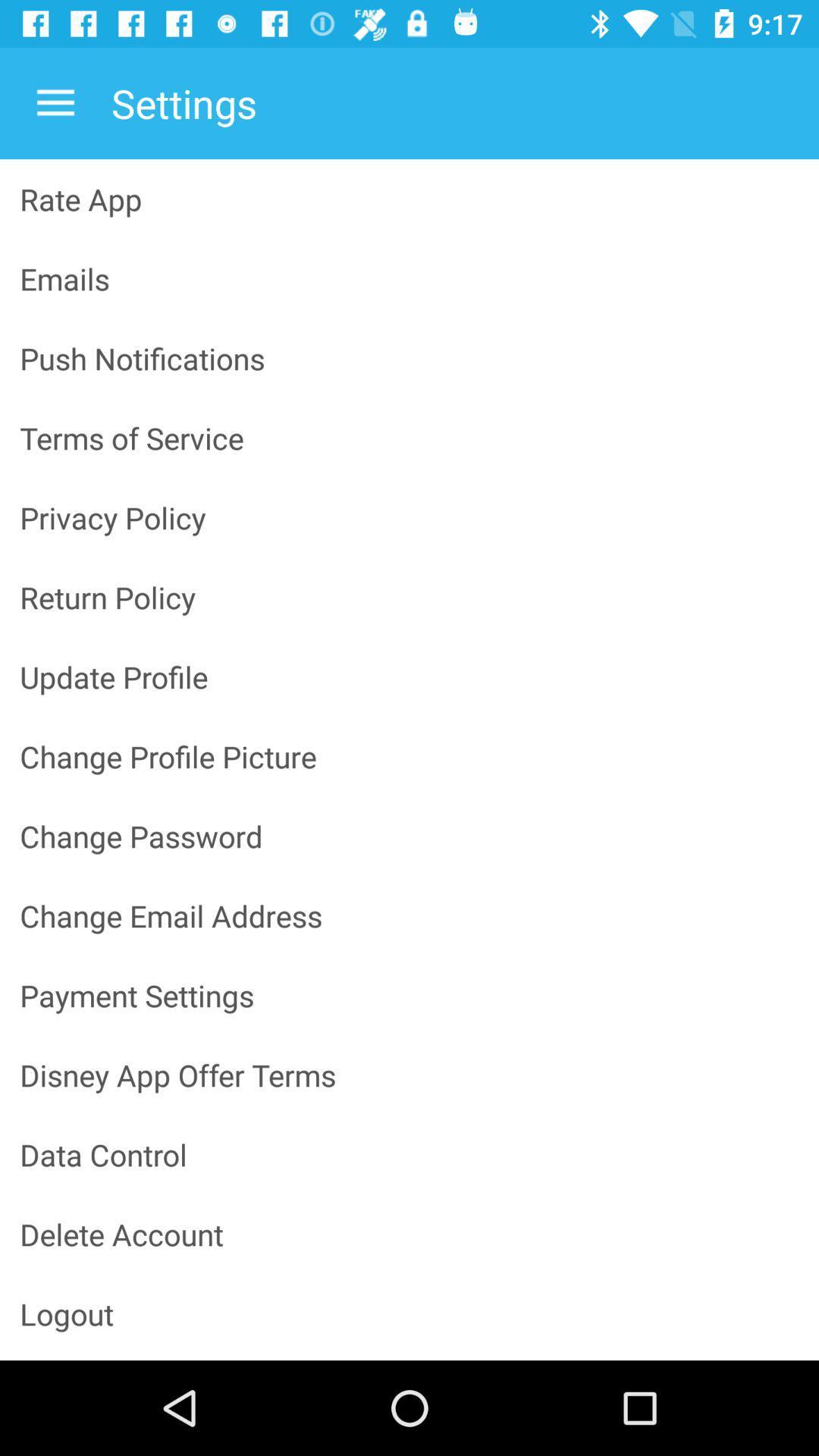  Describe the element at coordinates (409, 835) in the screenshot. I see `the change password` at that location.